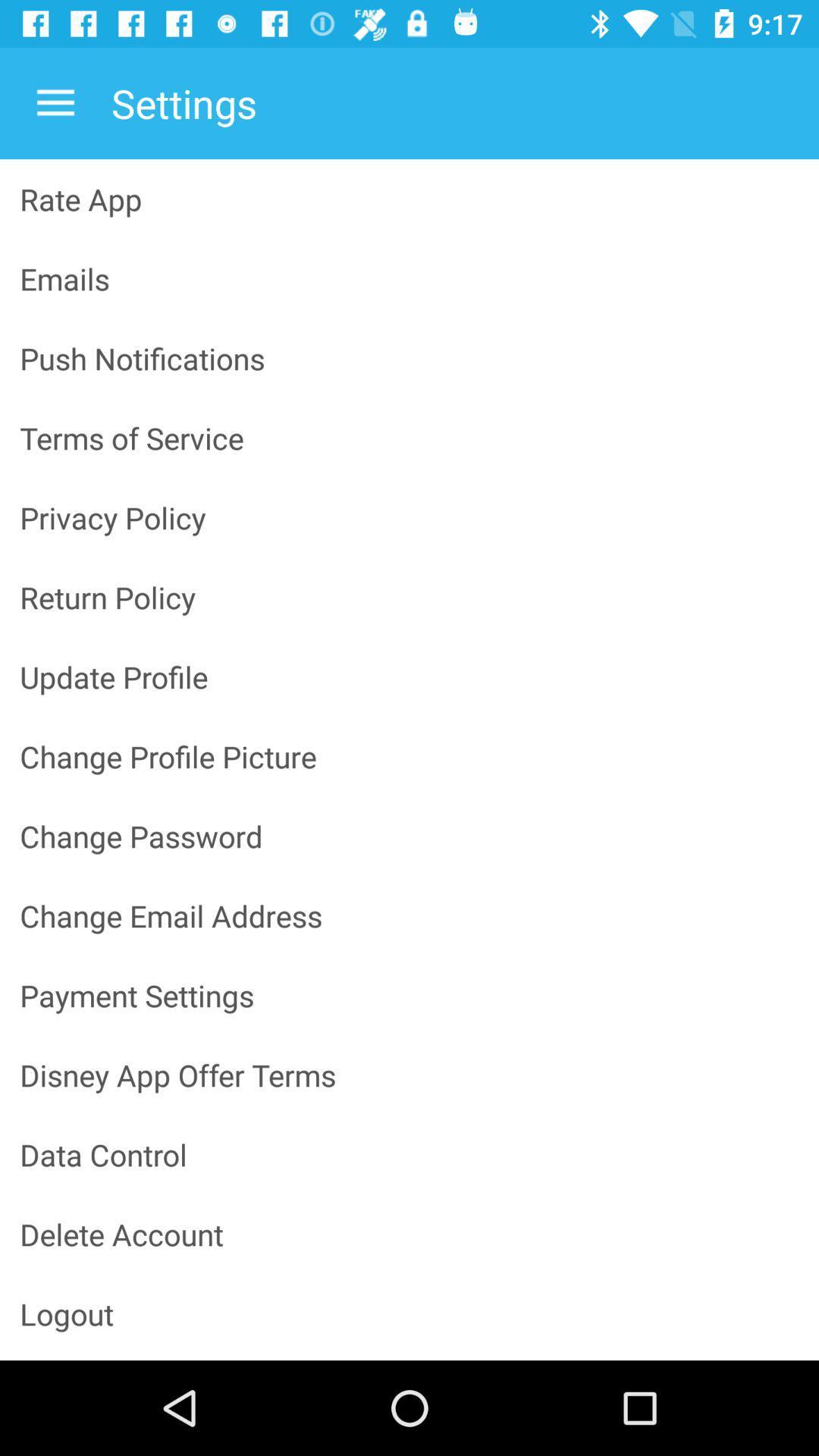  Describe the element at coordinates (409, 835) in the screenshot. I see `the change password` at that location.